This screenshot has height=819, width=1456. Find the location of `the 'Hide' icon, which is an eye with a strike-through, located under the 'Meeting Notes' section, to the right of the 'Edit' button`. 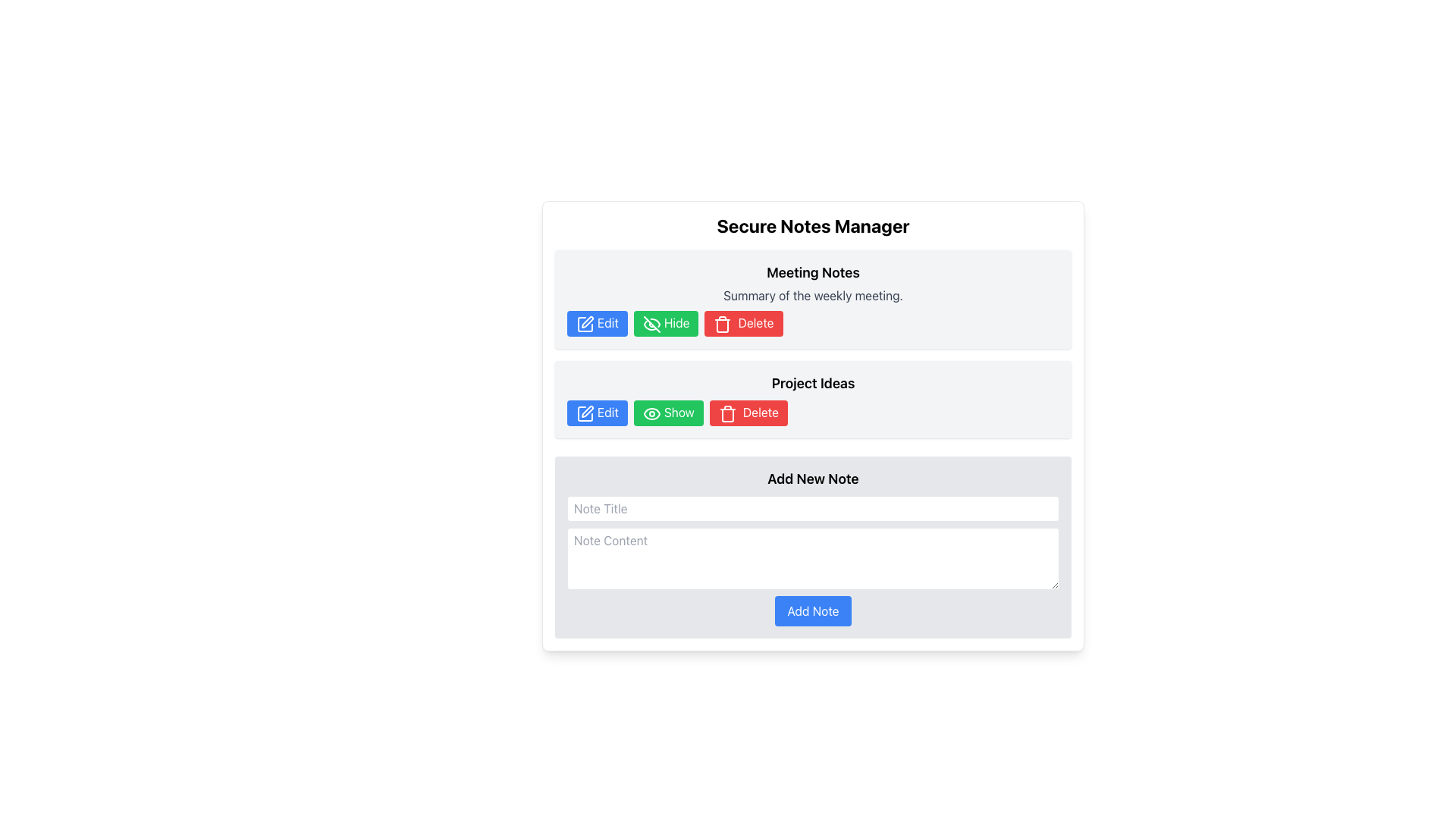

the 'Hide' icon, which is an eye with a strike-through, located under the 'Meeting Notes' section, to the right of the 'Edit' button is located at coordinates (651, 323).